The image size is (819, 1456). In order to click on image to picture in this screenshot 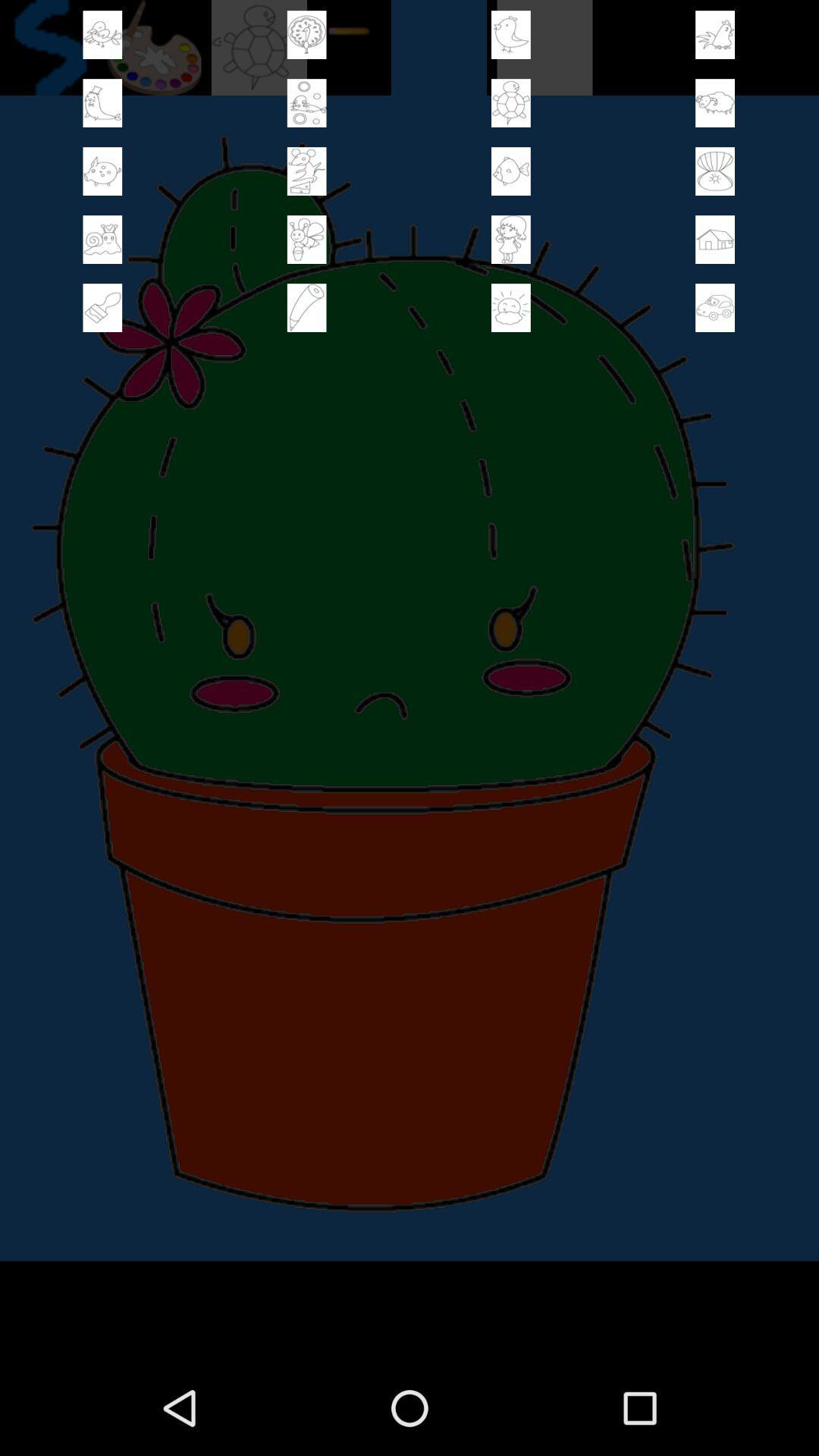, I will do `click(715, 171)`.